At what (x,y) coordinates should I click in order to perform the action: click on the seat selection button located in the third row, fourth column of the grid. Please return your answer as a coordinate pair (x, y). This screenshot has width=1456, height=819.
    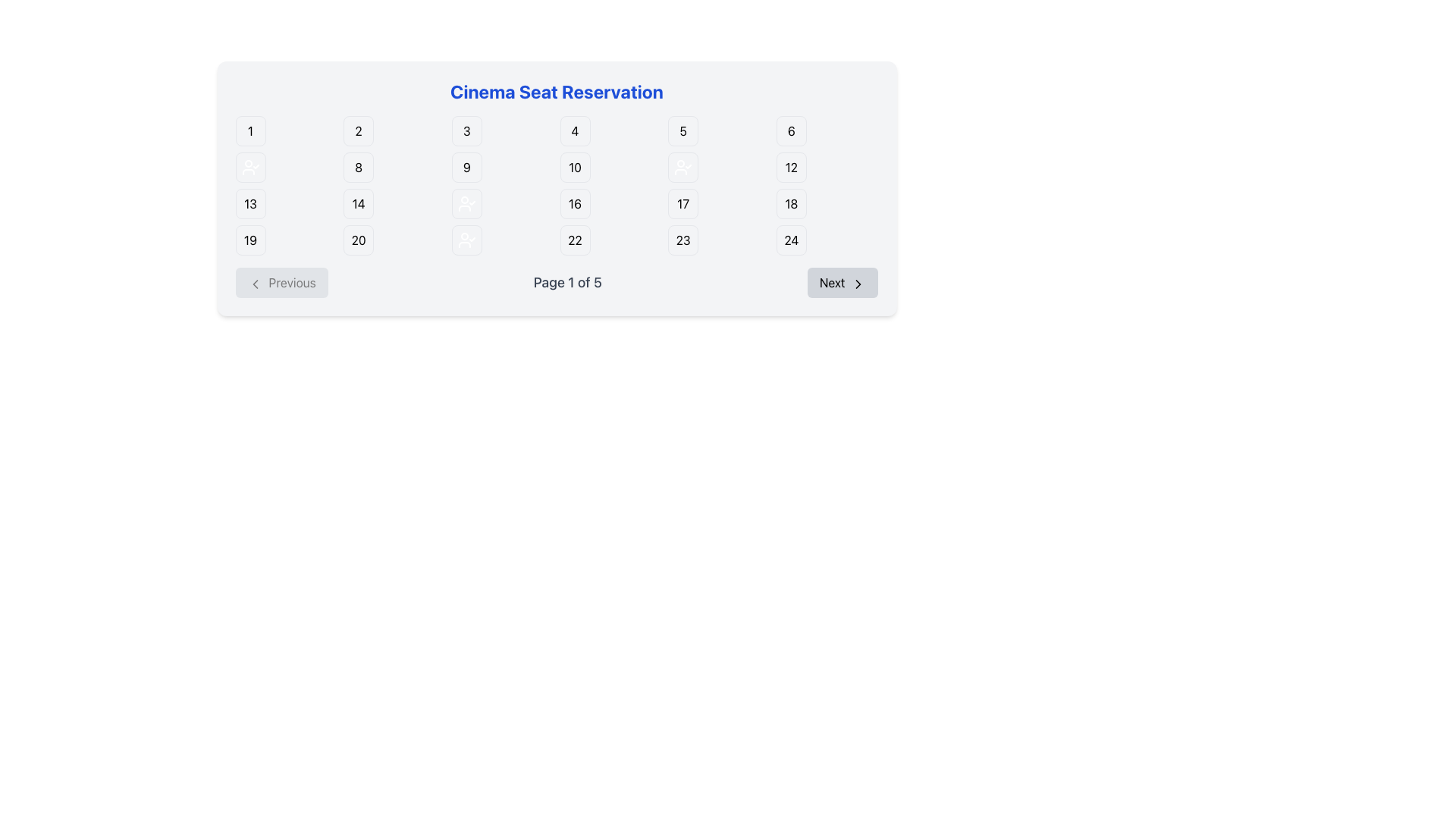
    Looking at the image, I should click on (682, 203).